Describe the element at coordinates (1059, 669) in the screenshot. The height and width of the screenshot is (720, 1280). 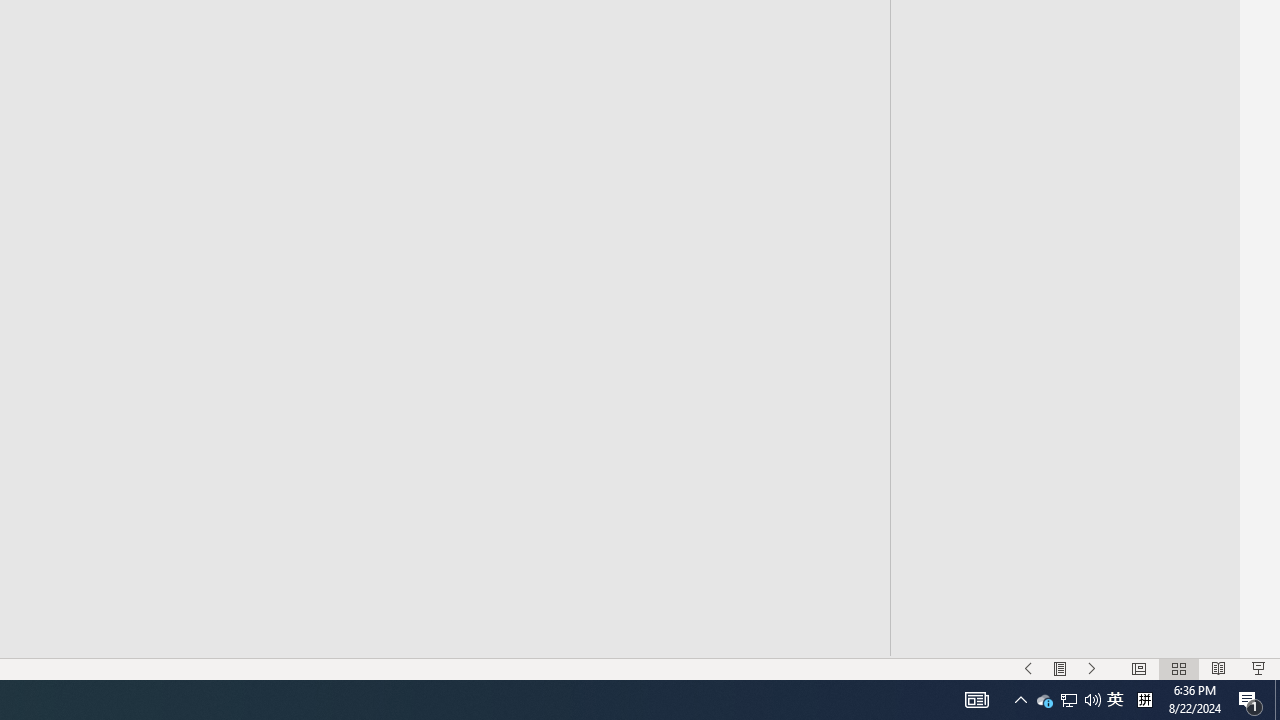
I see `'Menu On'` at that location.